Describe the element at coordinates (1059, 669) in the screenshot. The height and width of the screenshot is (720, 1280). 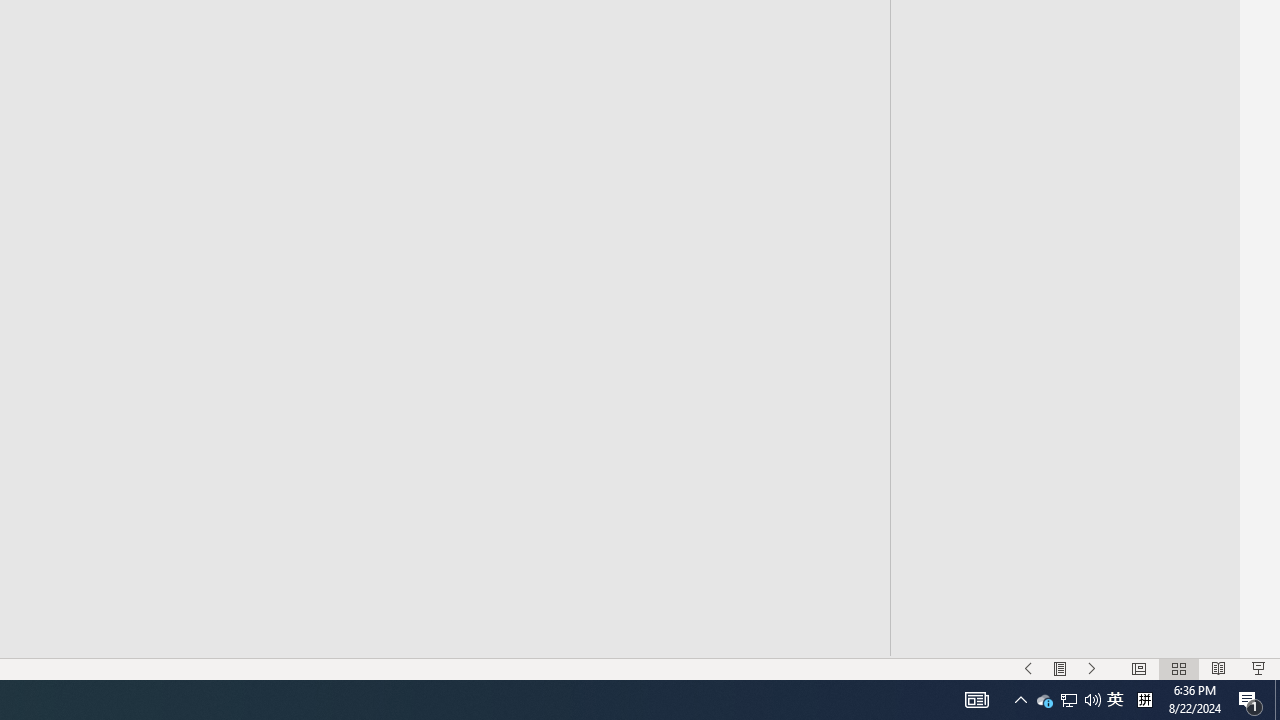
I see `'Menu On'` at that location.